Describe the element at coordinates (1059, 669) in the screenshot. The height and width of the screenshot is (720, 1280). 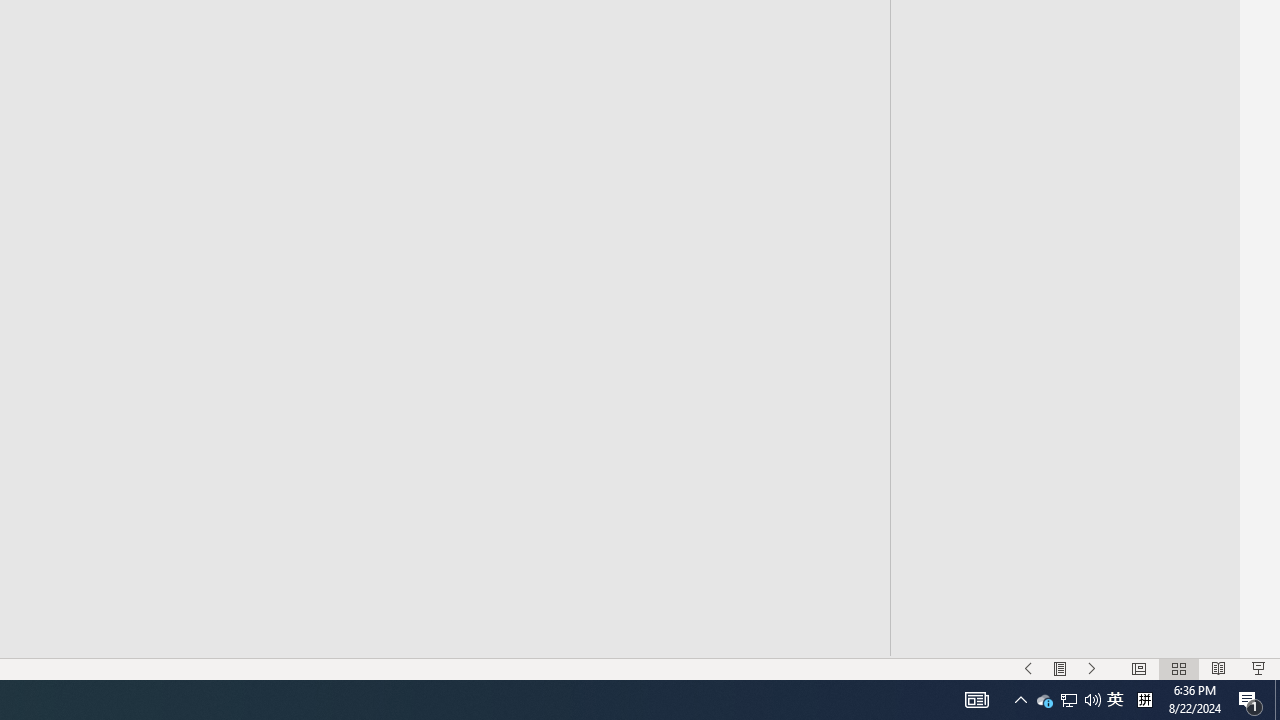
I see `'Menu On'` at that location.